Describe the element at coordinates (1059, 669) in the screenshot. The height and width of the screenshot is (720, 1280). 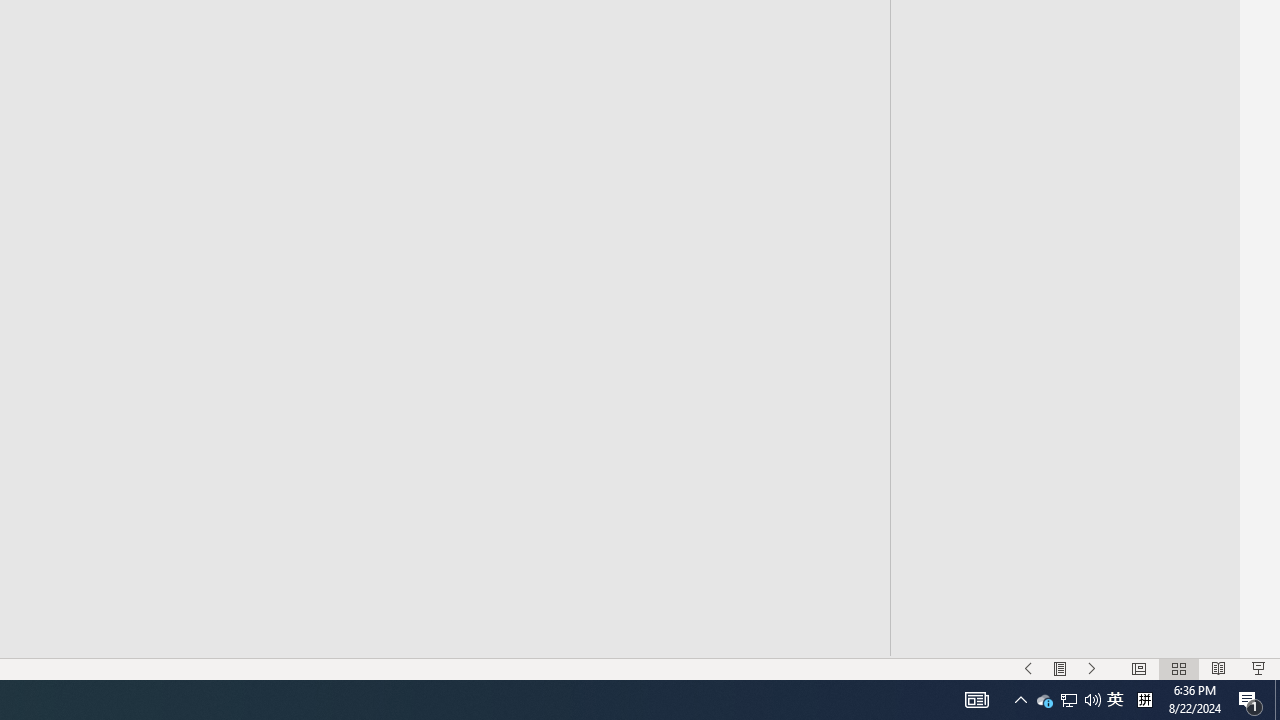
I see `'Menu On'` at that location.